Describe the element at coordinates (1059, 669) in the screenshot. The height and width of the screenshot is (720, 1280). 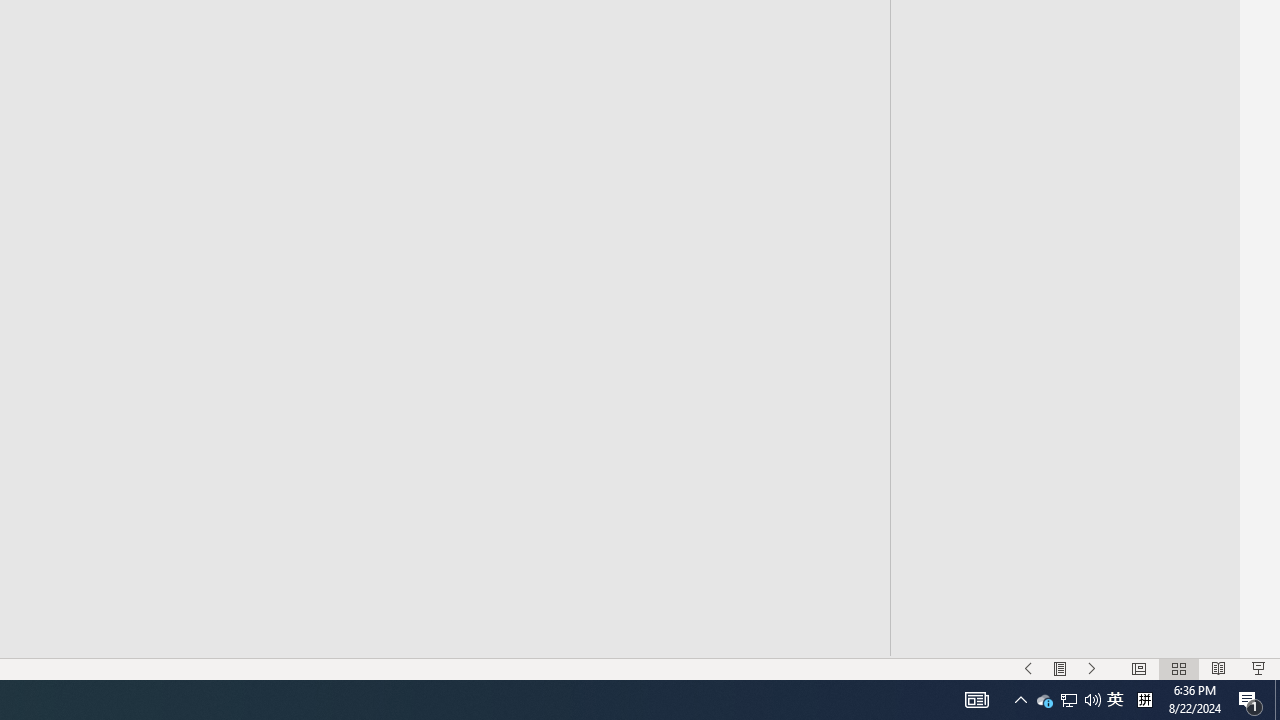
I see `'Menu On'` at that location.